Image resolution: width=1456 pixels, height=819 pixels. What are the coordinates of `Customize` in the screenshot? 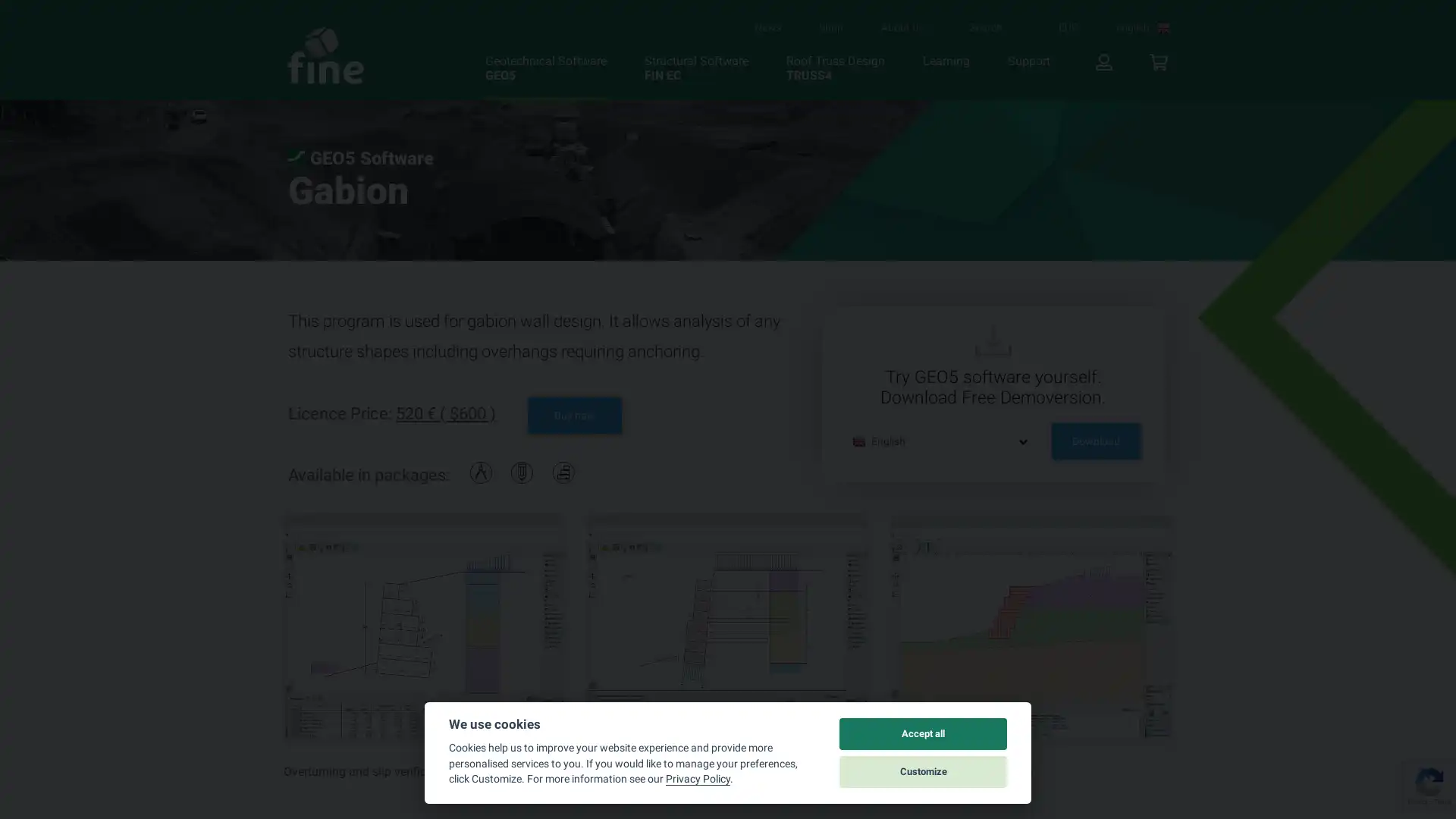 It's located at (922, 772).